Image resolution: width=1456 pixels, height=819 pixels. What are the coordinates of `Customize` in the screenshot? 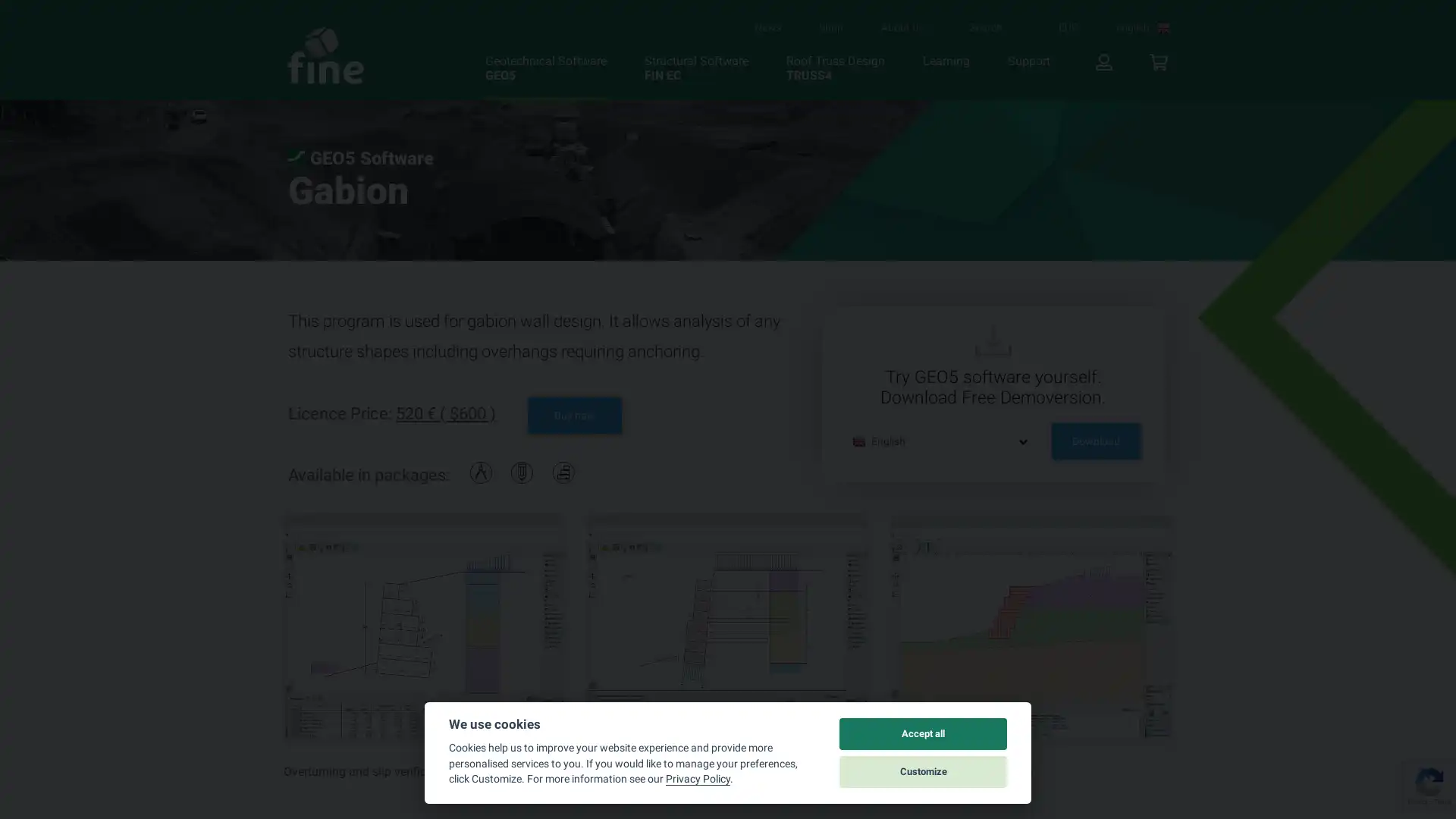 It's located at (922, 772).